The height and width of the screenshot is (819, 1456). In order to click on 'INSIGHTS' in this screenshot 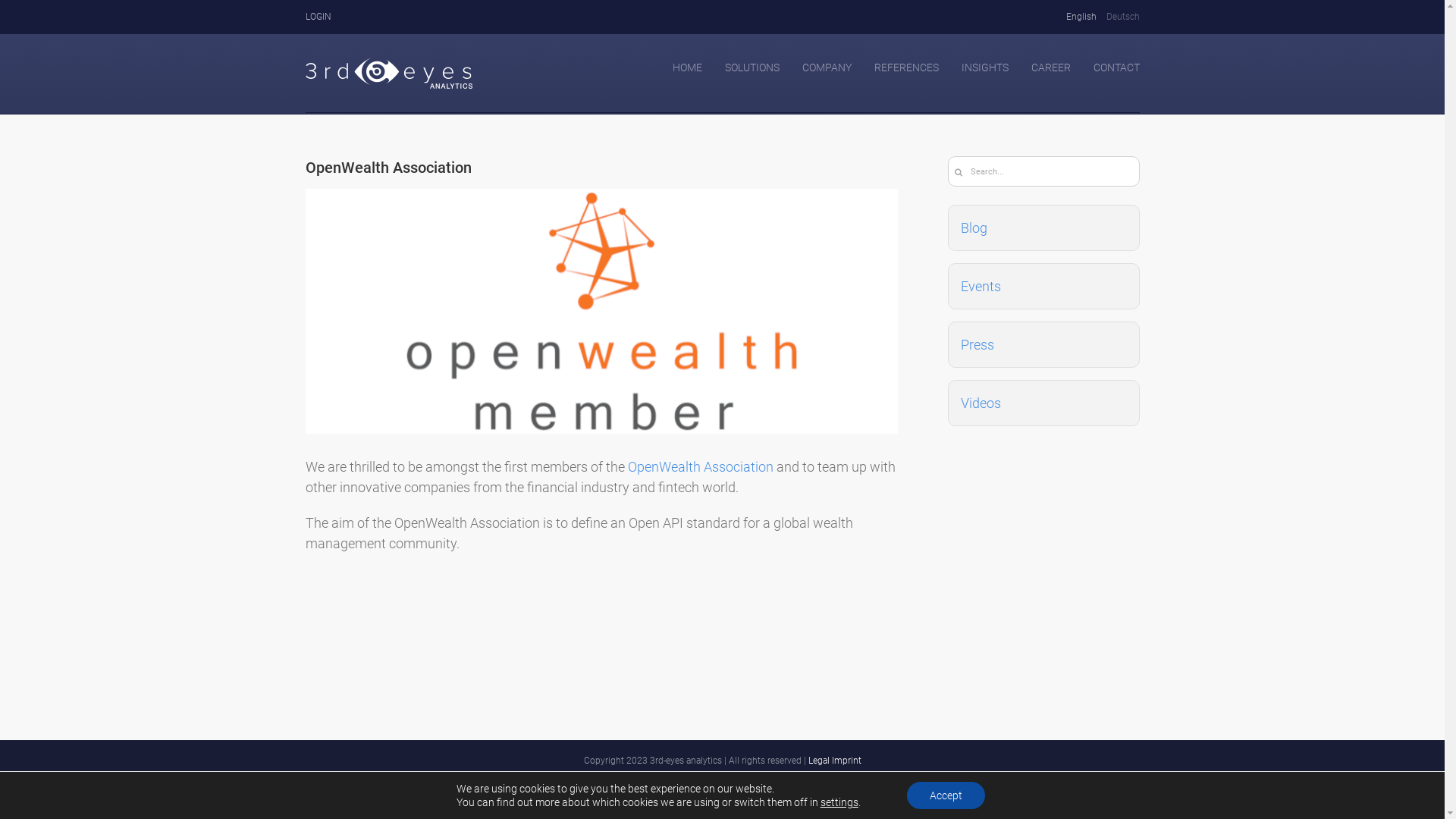, I will do `click(985, 65)`.